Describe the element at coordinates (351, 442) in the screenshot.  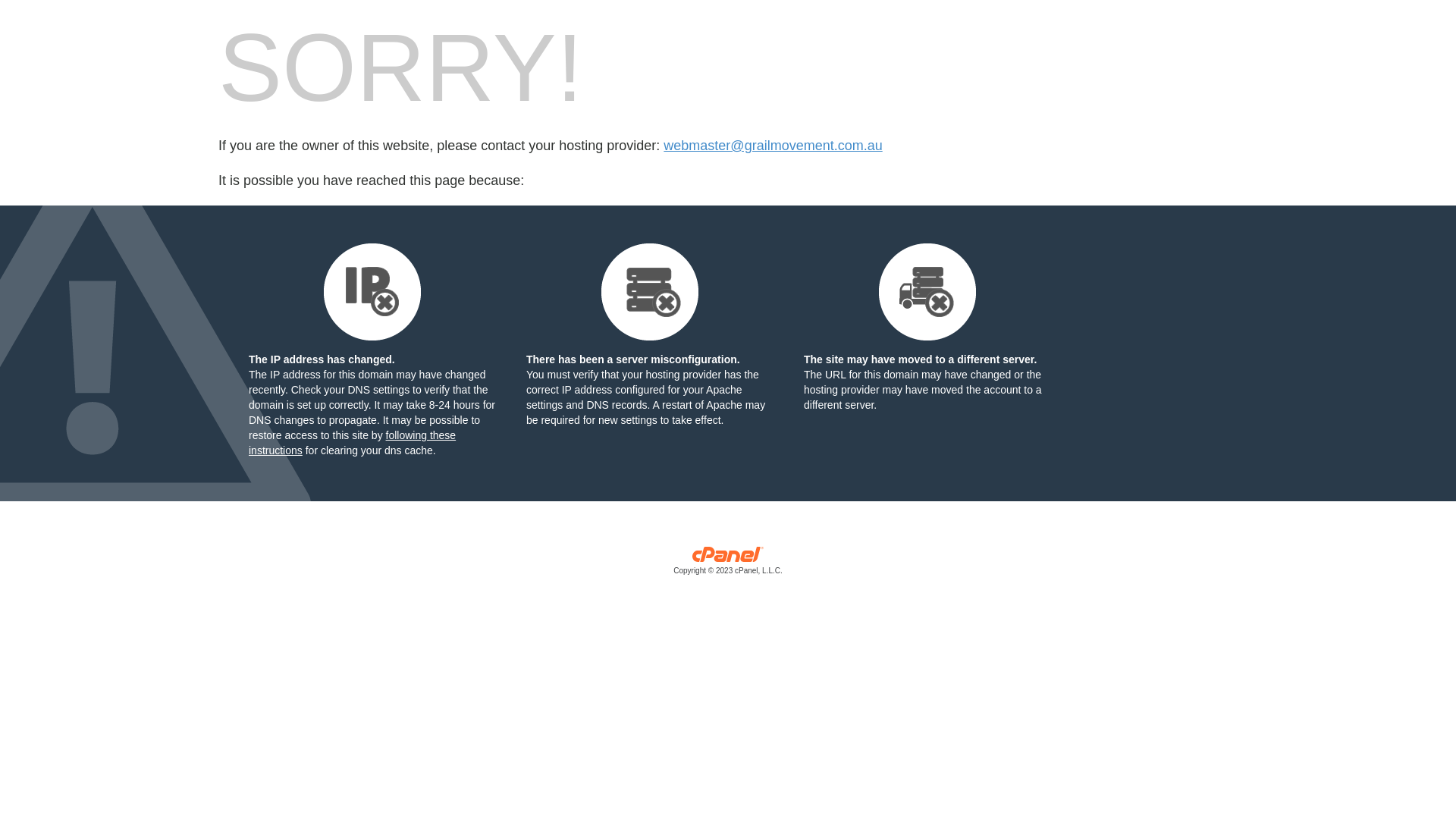
I see `'following these instructions'` at that location.